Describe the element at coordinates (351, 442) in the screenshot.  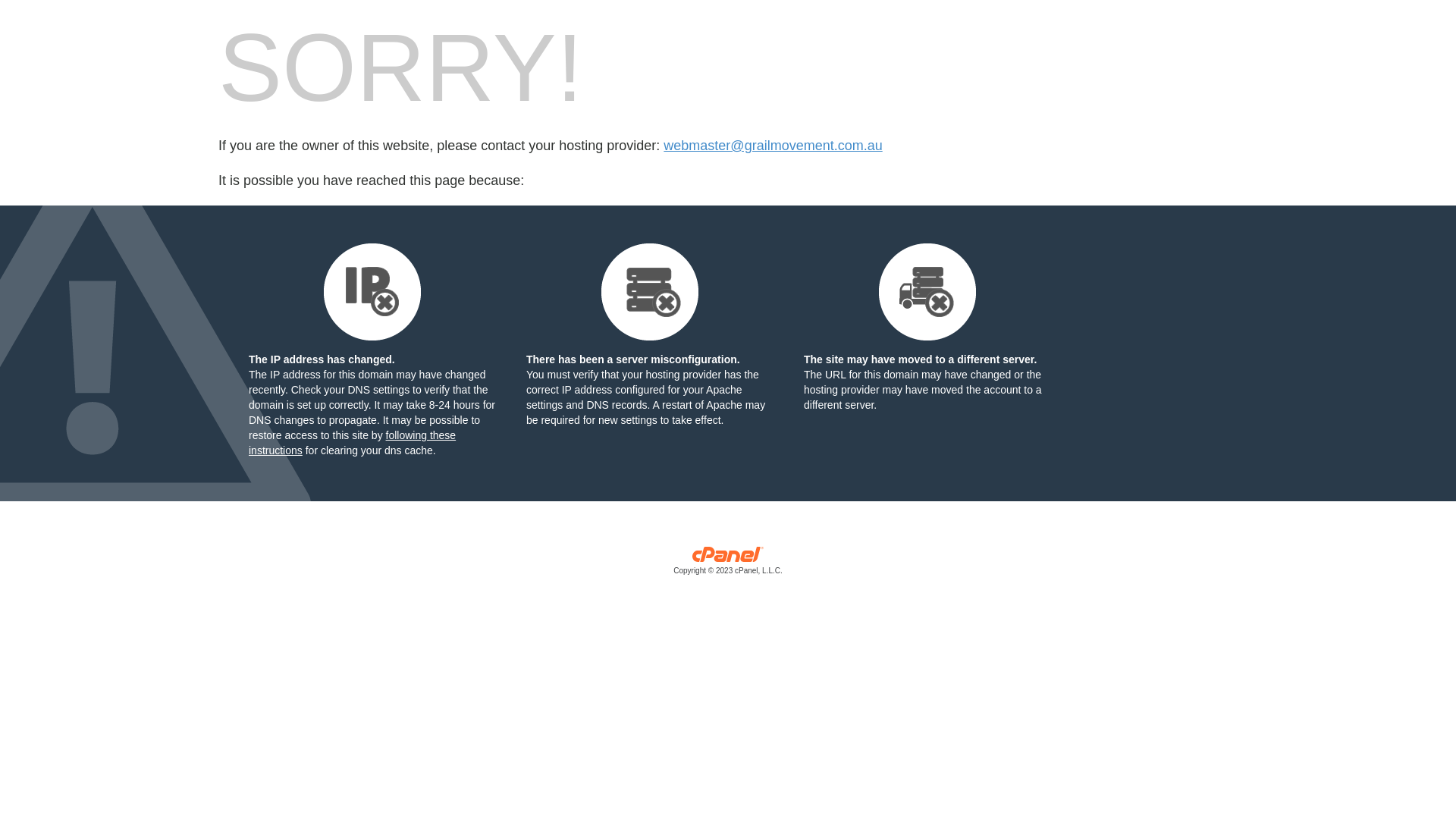
I see `'following these instructions'` at that location.